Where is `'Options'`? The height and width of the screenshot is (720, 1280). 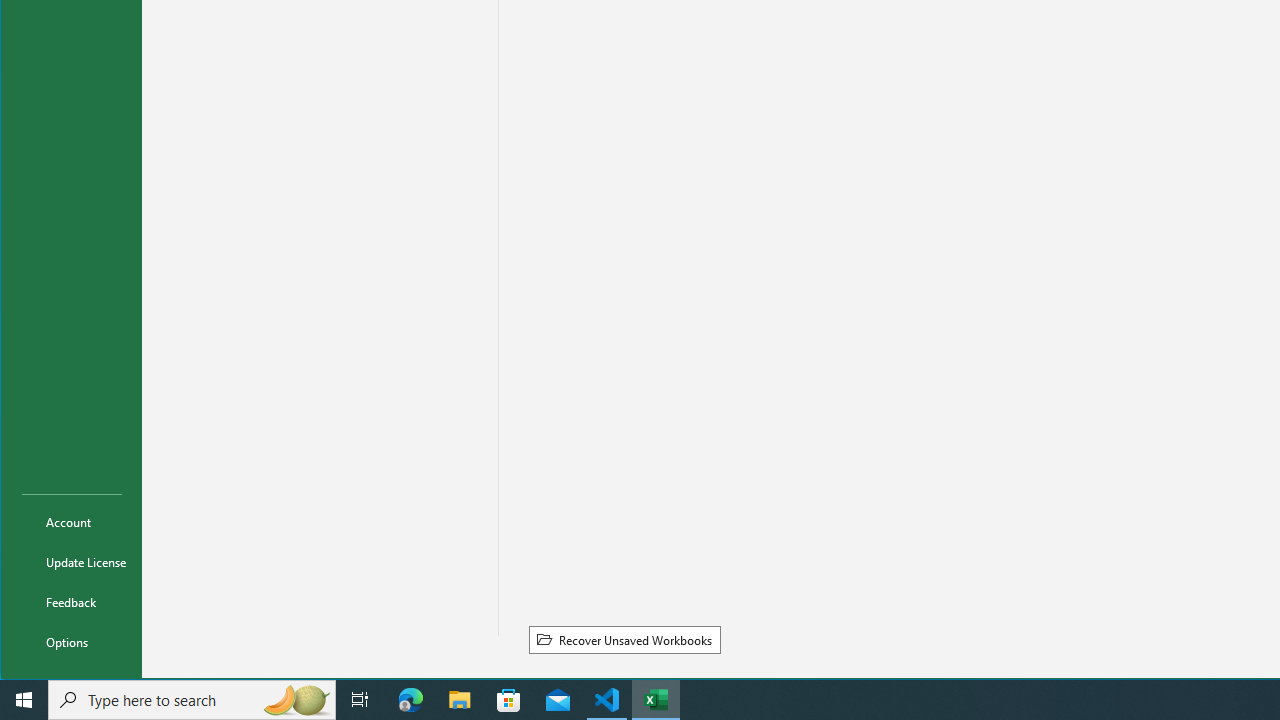 'Options' is located at coordinates (72, 641).